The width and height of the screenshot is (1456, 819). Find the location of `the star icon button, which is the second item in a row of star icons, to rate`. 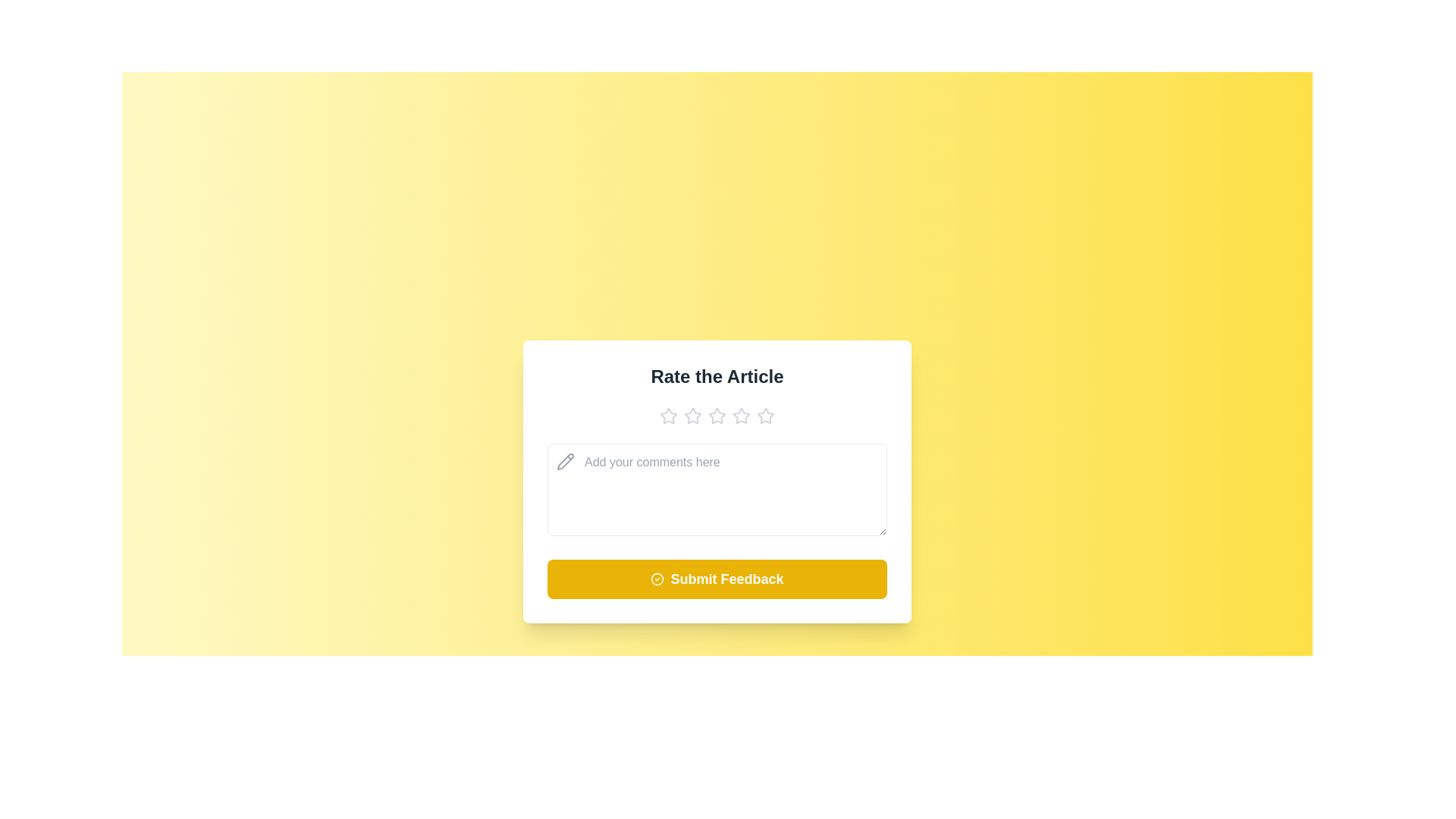

the star icon button, which is the second item in a row of star icons, to rate is located at coordinates (692, 415).